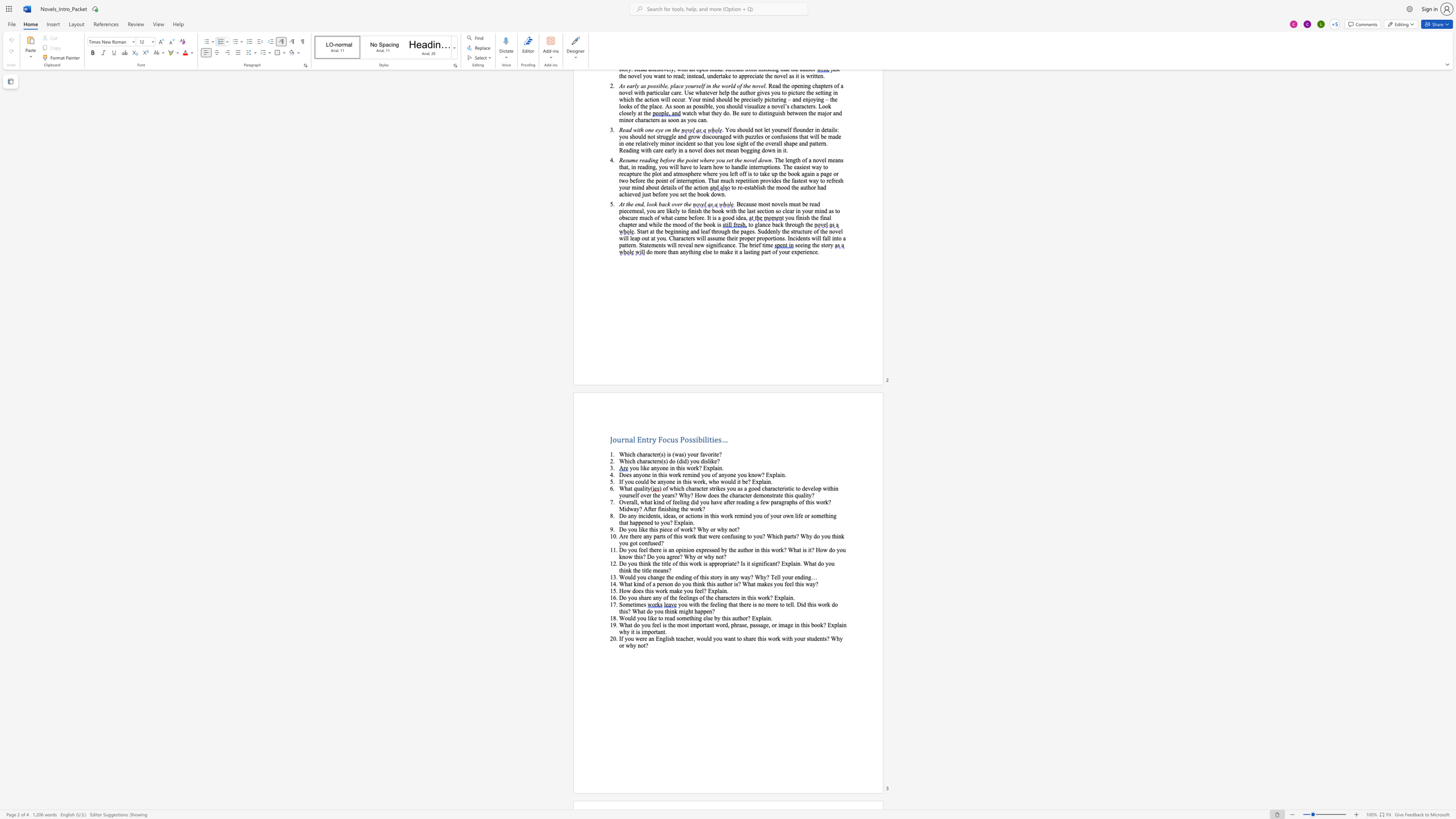 This screenshot has height=819, width=1456. What do you see at coordinates (706, 454) in the screenshot?
I see `the 1th character "v" in the text` at bounding box center [706, 454].